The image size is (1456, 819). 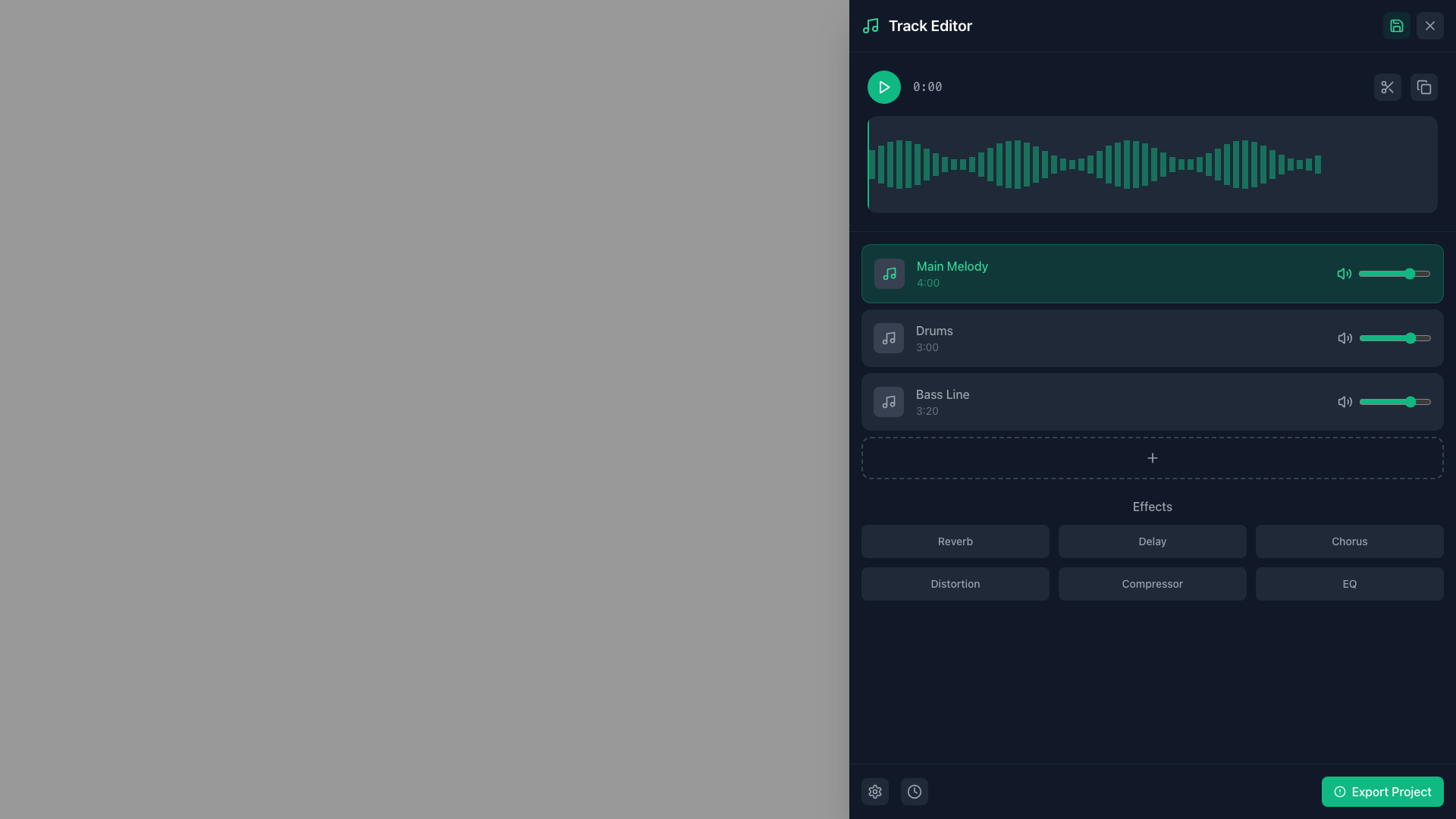 What do you see at coordinates (1099, 164) in the screenshot?
I see `the 27th vertical bar in the waveform that serves as a marker, indicating a specific point in time` at bounding box center [1099, 164].